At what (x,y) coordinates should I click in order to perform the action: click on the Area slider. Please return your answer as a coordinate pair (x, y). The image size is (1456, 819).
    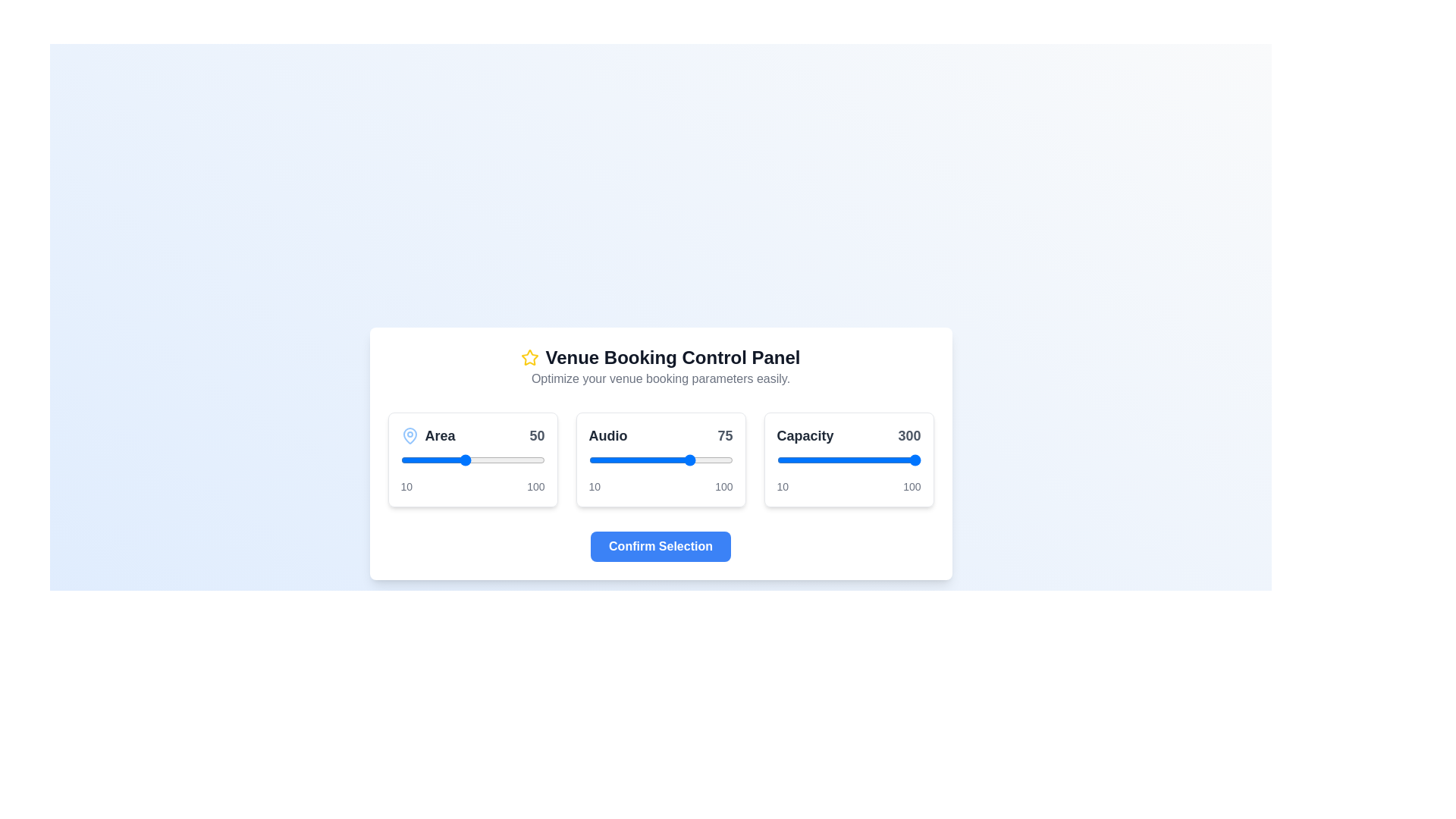
    Looking at the image, I should click on (460, 459).